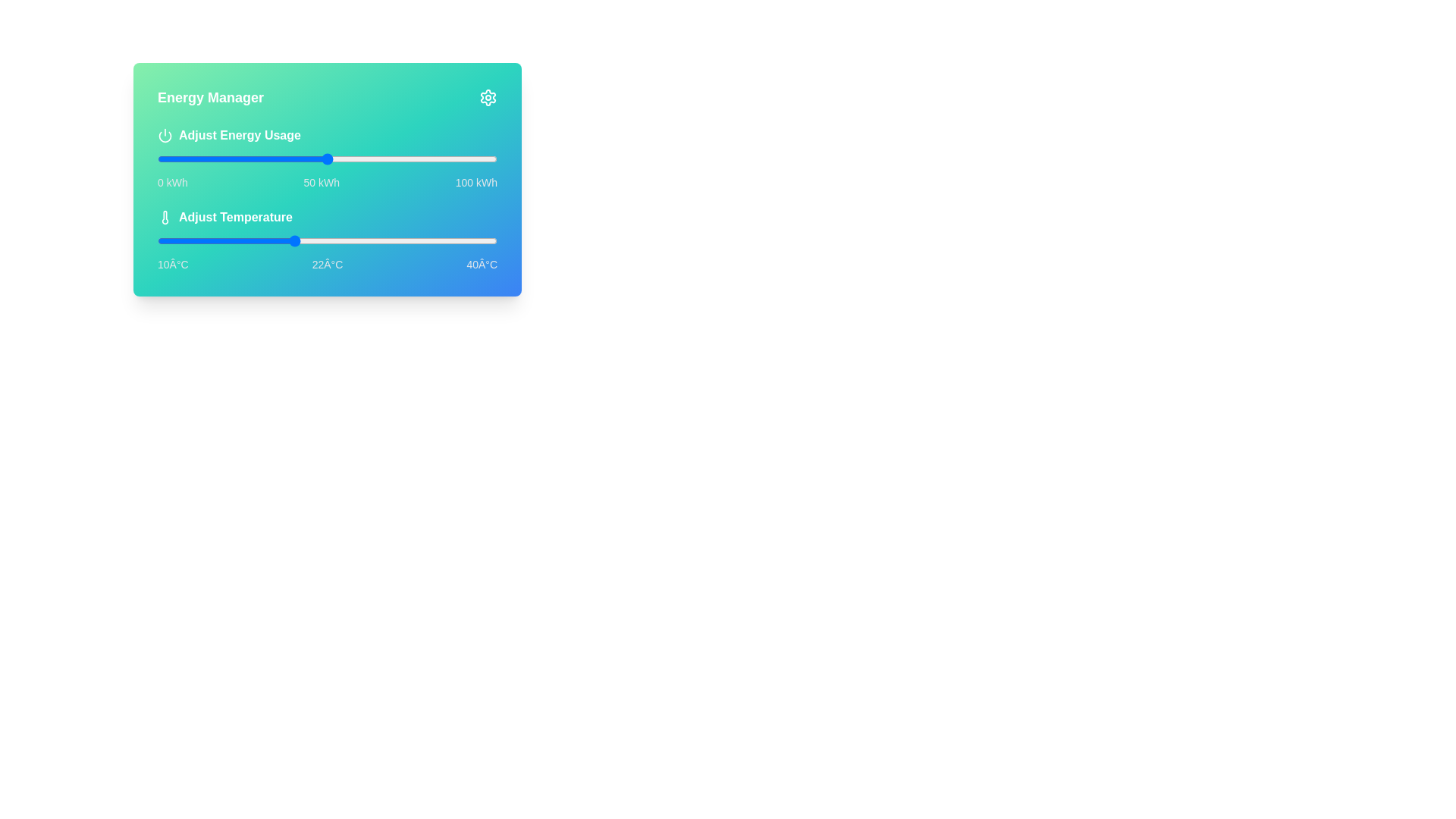 Image resolution: width=1456 pixels, height=819 pixels. What do you see at coordinates (466, 158) in the screenshot?
I see `the energy usage slider to 91 kWh` at bounding box center [466, 158].